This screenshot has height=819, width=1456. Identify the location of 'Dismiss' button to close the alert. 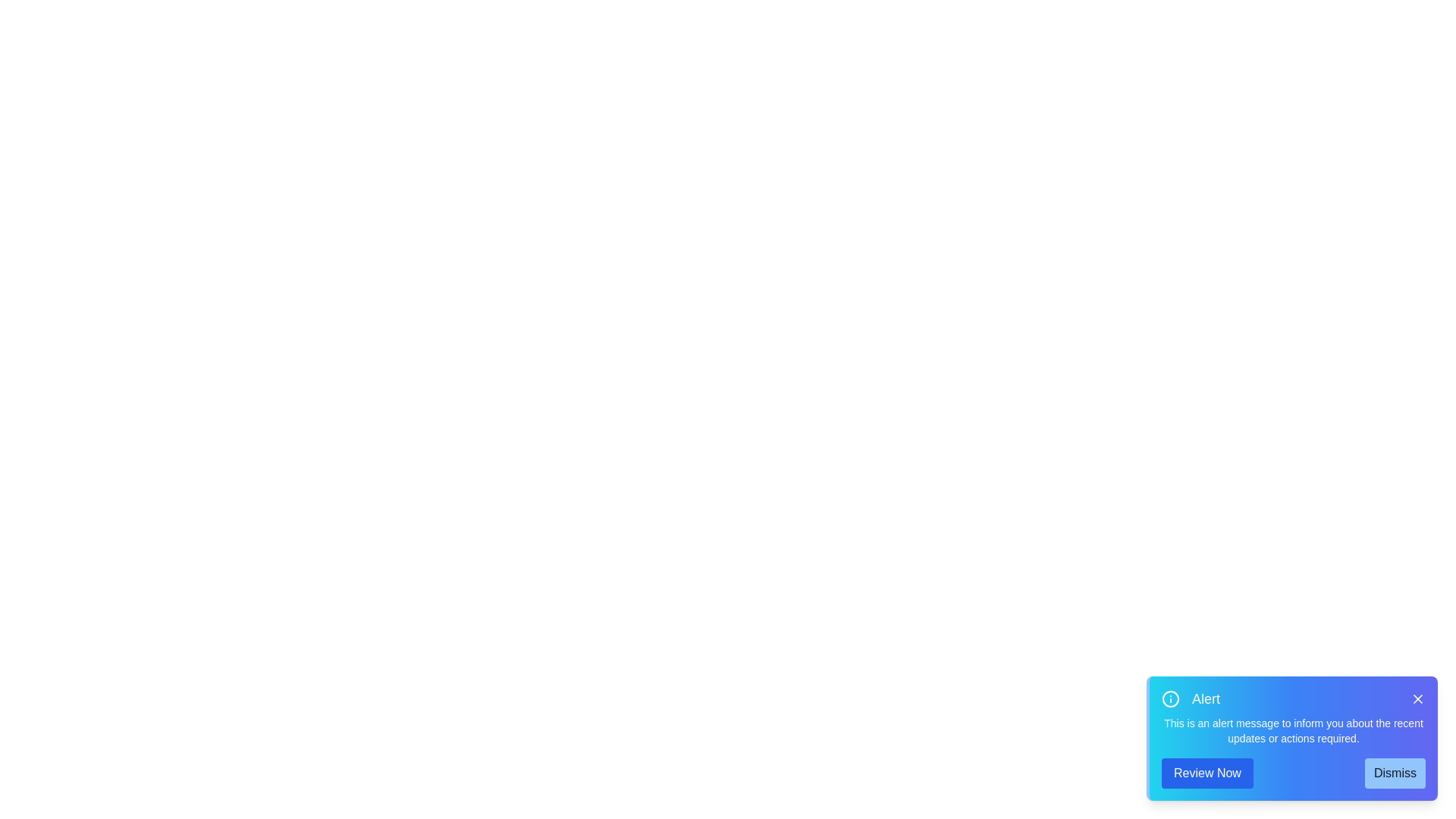
(1395, 773).